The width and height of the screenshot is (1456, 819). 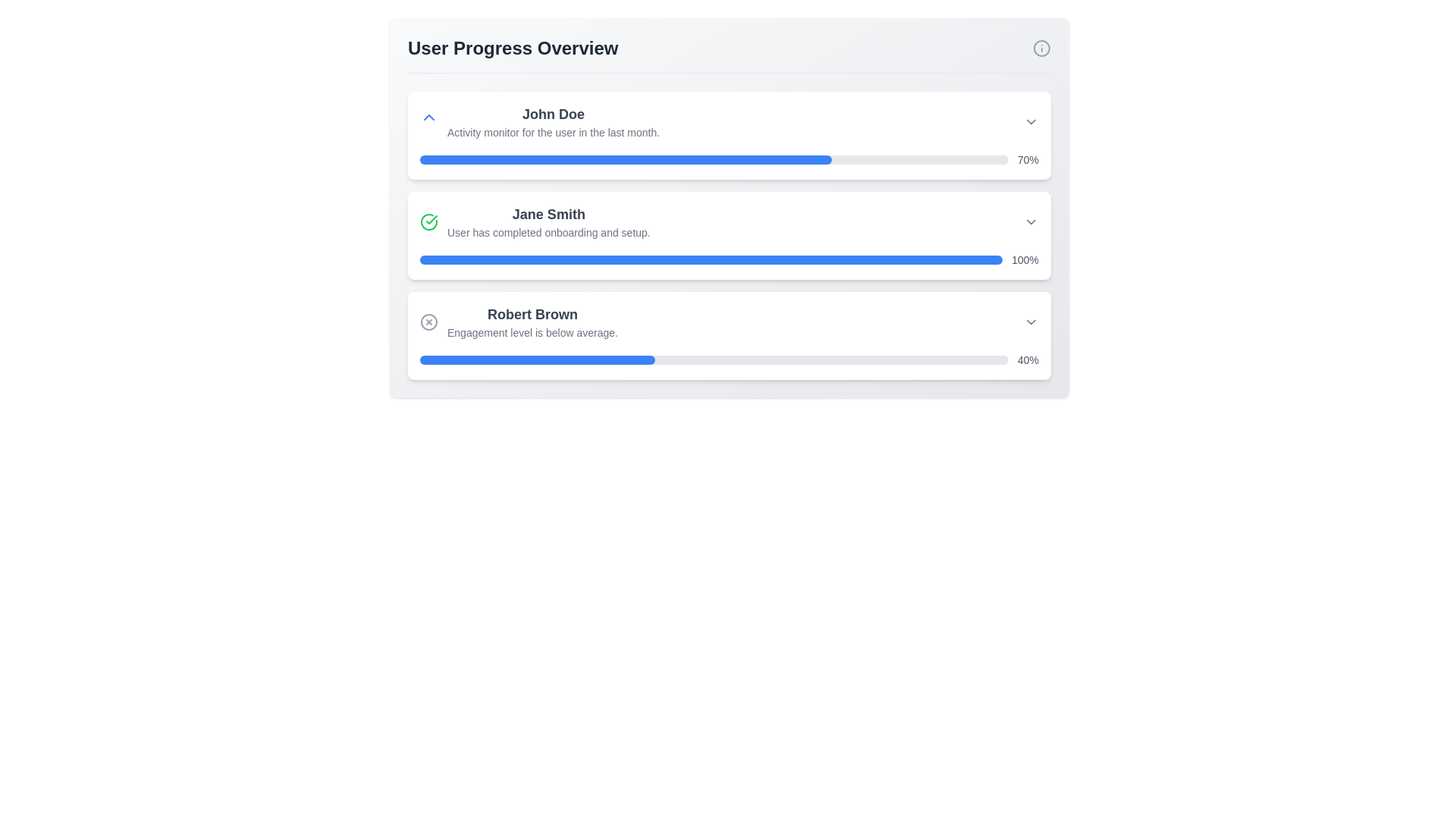 What do you see at coordinates (548, 214) in the screenshot?
I see `text label displaying the user's name, which is centrally located above the onboarding completion message` at bounding box center [548, 214].